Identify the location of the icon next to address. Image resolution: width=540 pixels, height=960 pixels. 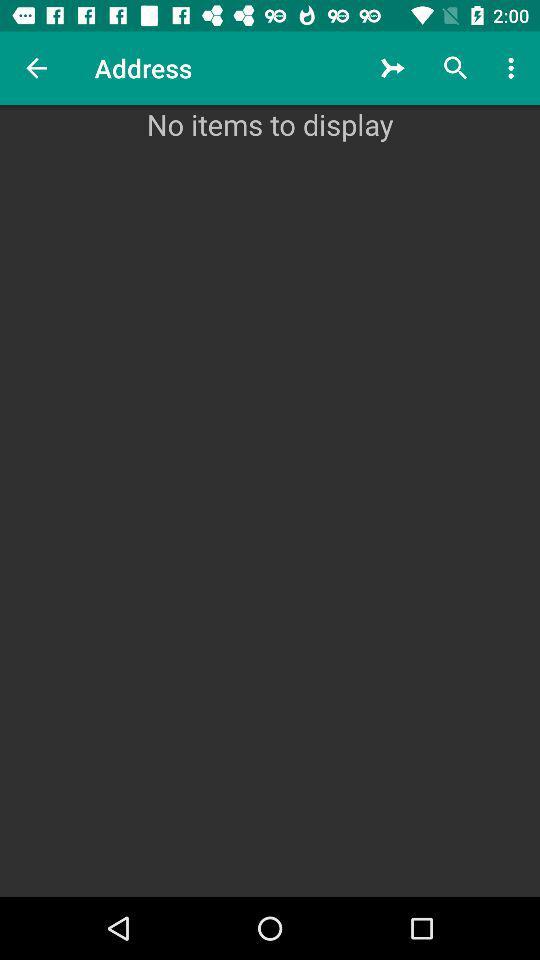
(393, 68).